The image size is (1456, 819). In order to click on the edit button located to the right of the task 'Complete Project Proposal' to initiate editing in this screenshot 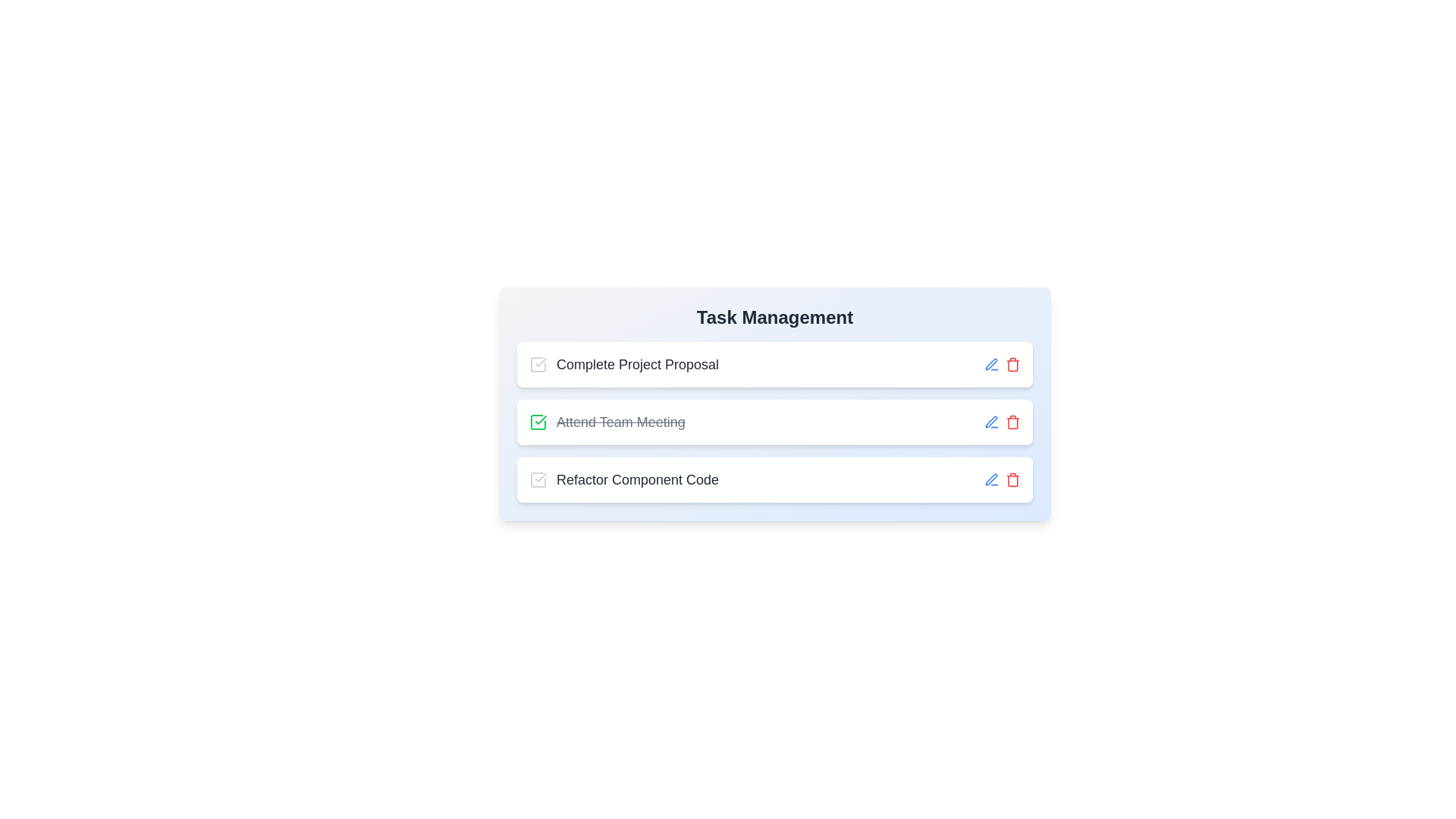, I will do `click(992, 365)`.